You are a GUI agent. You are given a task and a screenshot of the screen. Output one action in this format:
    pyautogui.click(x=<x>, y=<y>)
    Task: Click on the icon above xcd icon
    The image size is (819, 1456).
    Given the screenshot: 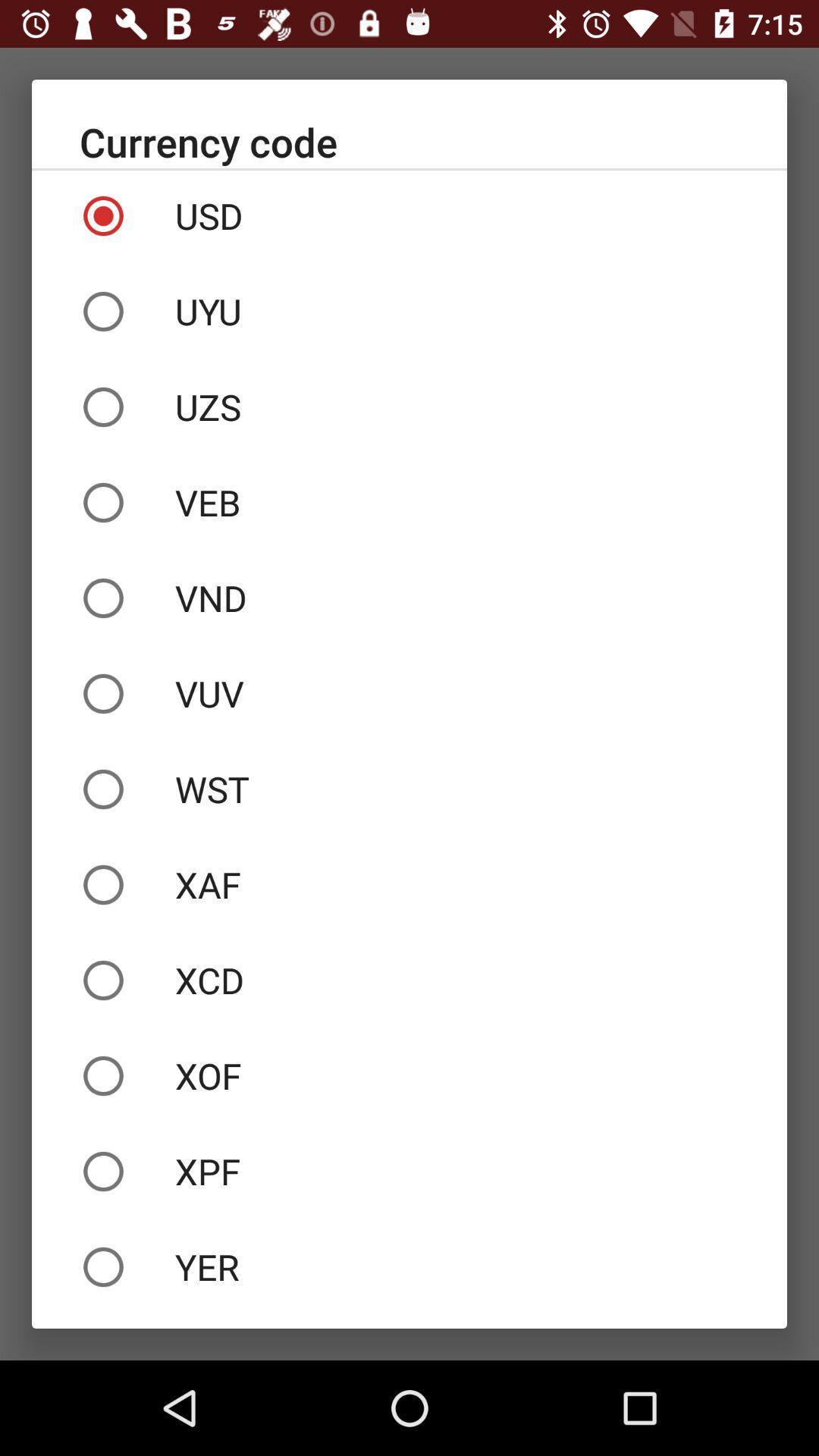 What is the action you would take?
    pyautogui.click(x=409, y=884)
    